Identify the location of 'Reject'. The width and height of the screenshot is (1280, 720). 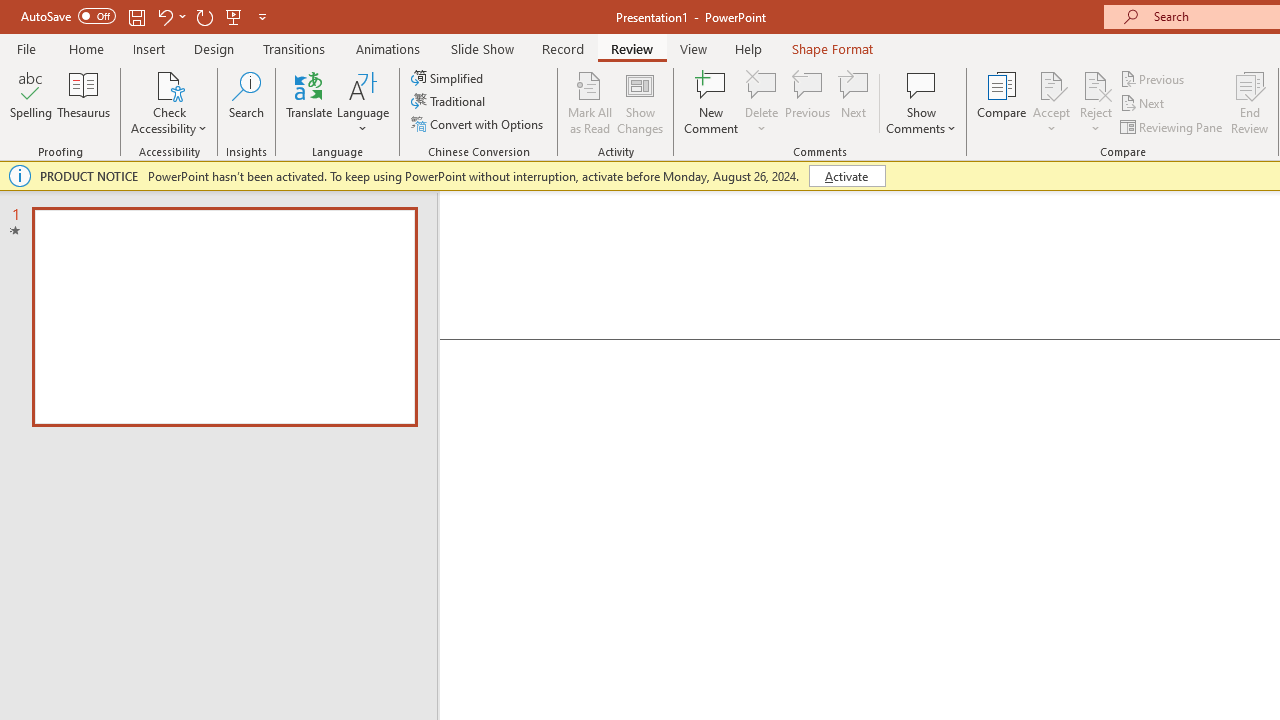
(1095, 103).